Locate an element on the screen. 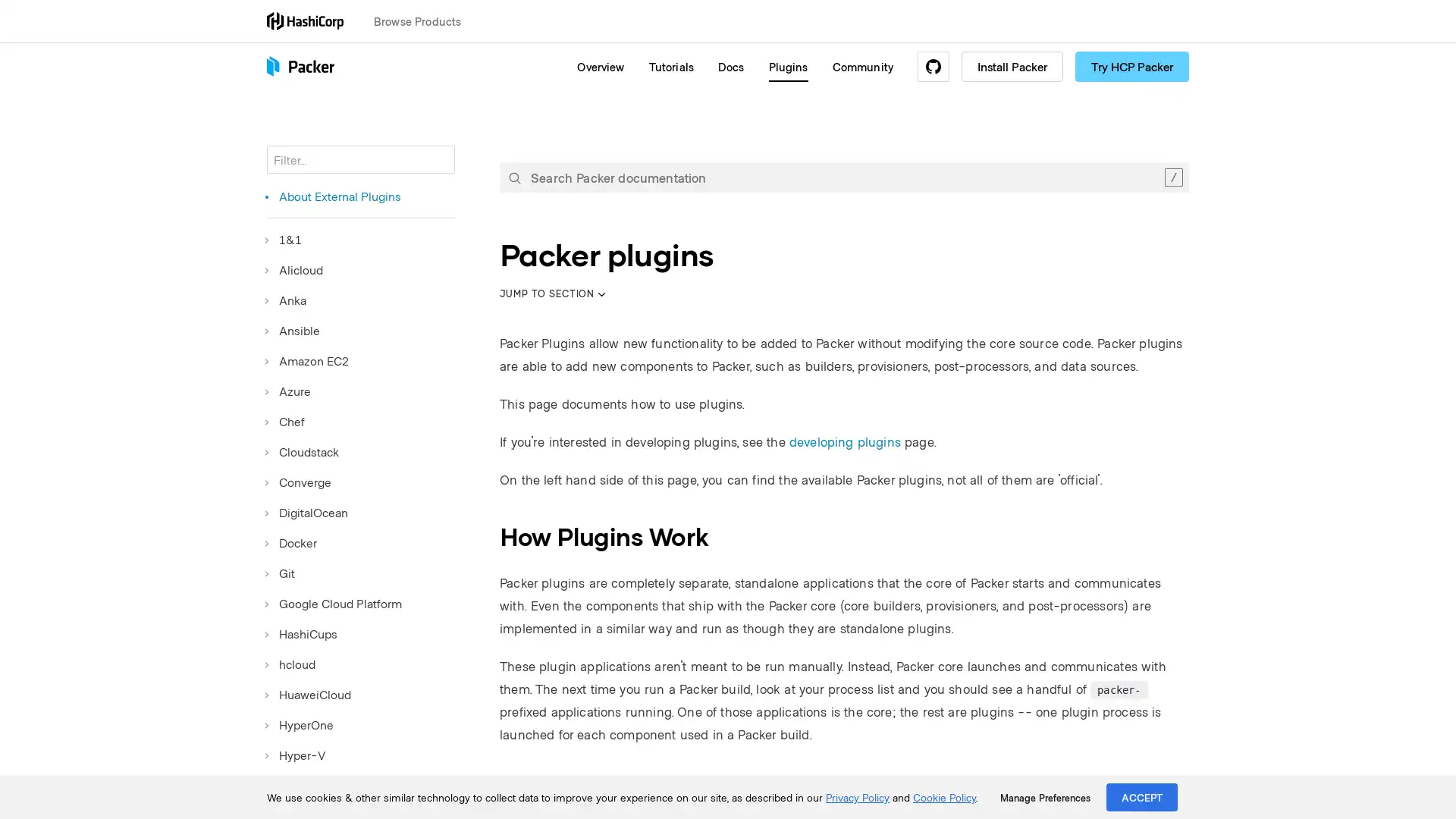  Converge is located at coordinates (299, 482).